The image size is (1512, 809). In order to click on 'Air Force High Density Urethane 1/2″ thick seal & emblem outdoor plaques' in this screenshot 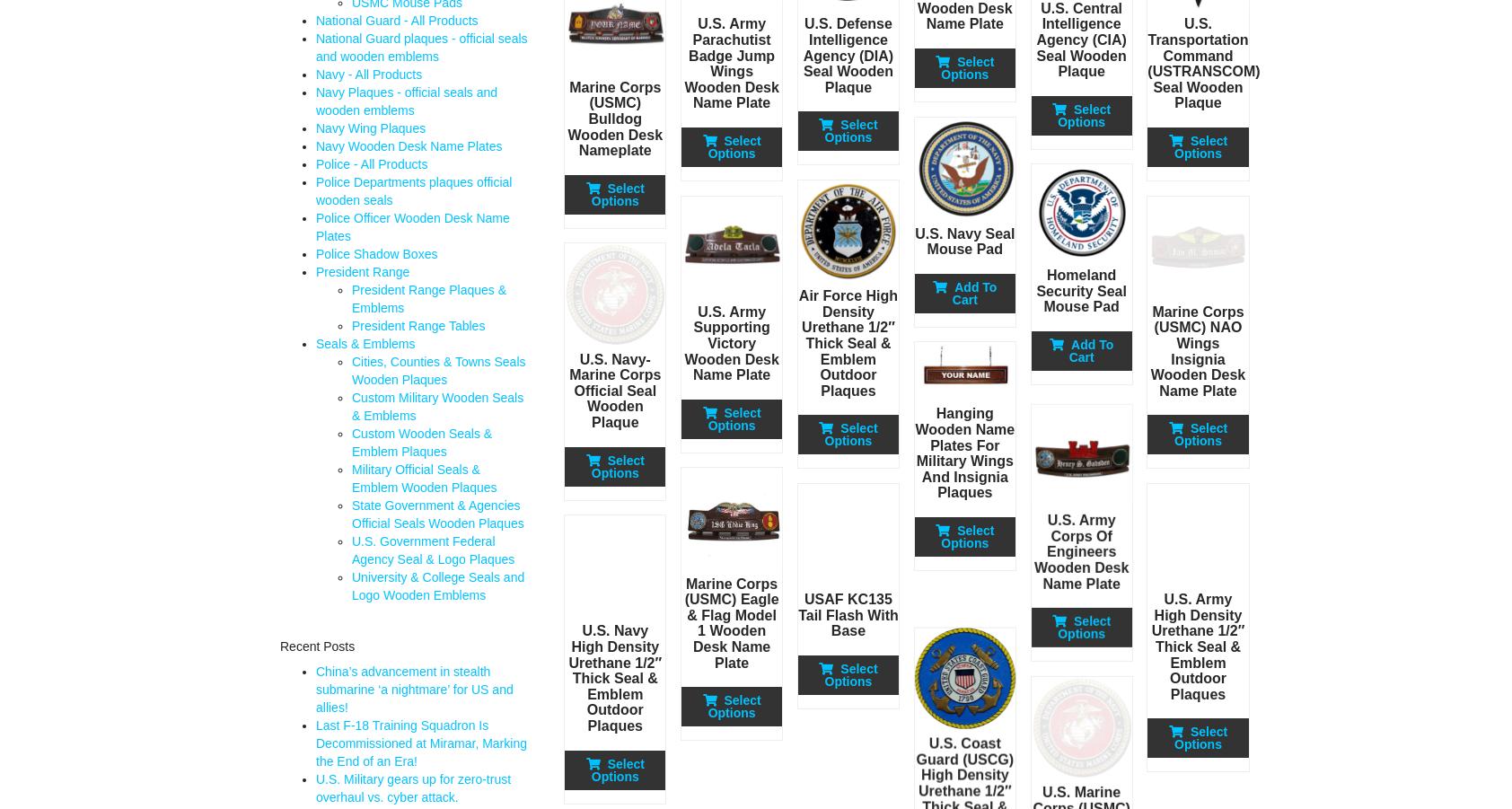, I will do `click(796, 342)`.